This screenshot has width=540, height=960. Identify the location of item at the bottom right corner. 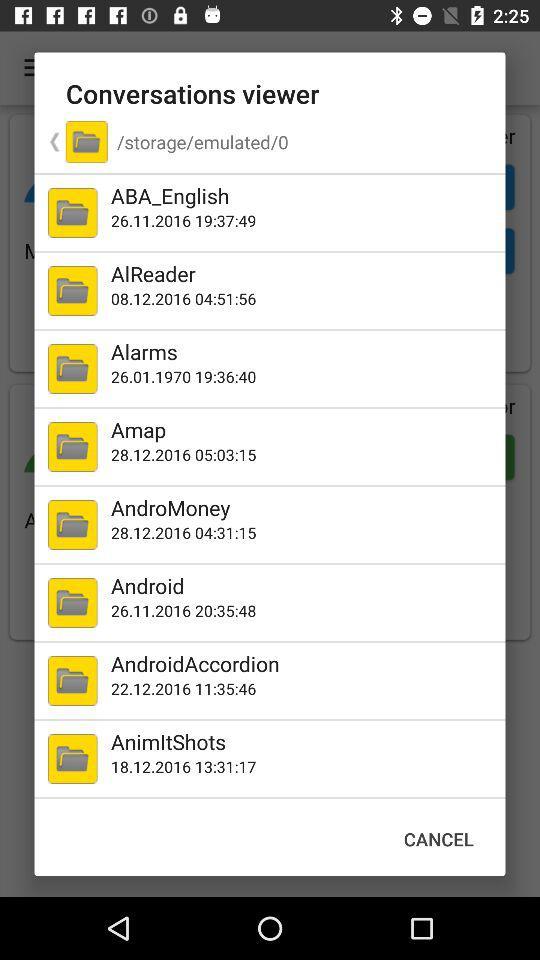
(437, 839).